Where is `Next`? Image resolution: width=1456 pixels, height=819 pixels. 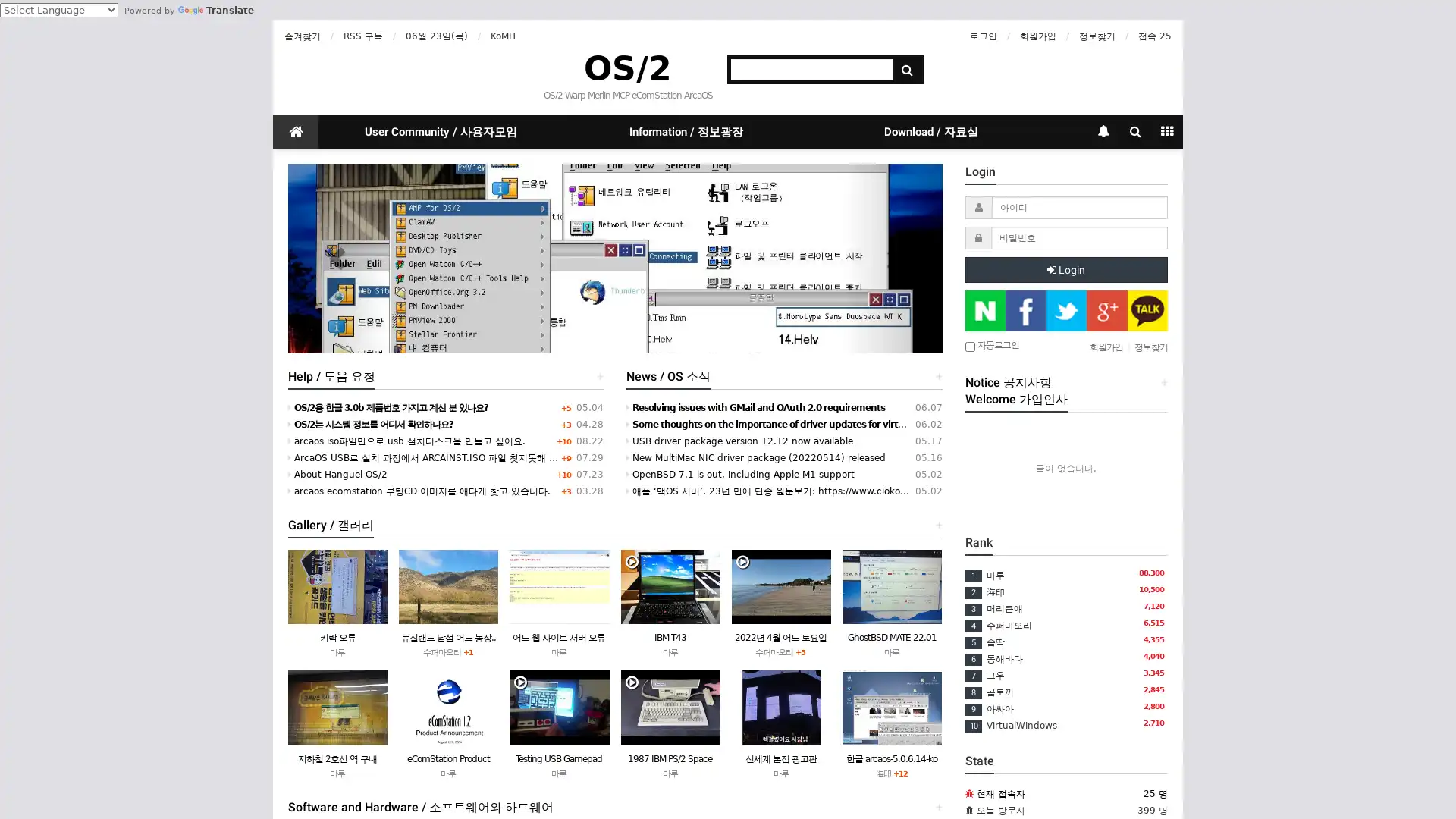 Next is located at coordinates (893, 257).